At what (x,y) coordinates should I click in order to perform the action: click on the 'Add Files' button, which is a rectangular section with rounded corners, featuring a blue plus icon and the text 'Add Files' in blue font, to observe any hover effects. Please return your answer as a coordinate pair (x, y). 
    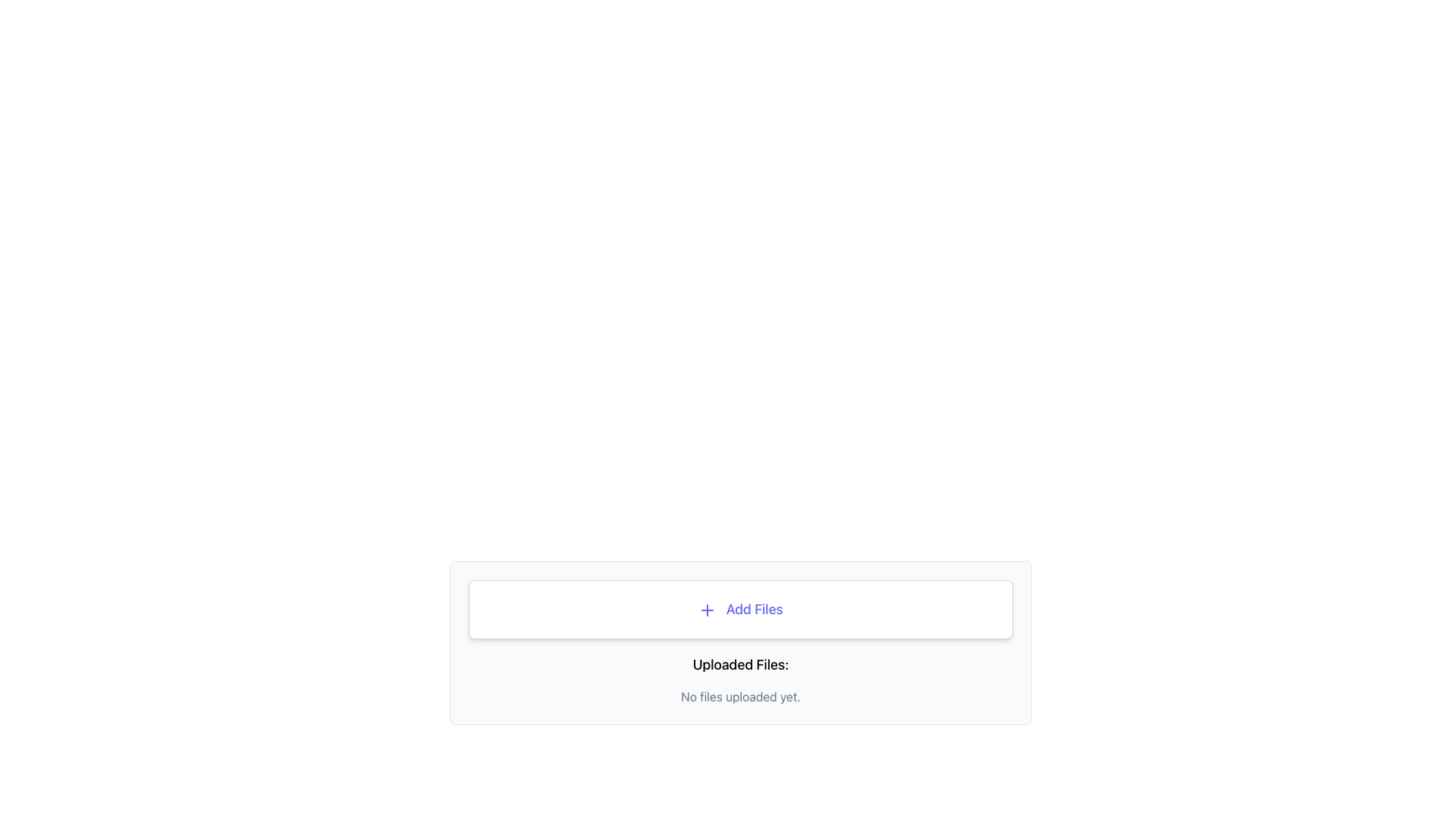
    Looking at the image, I should click on (741, 608).